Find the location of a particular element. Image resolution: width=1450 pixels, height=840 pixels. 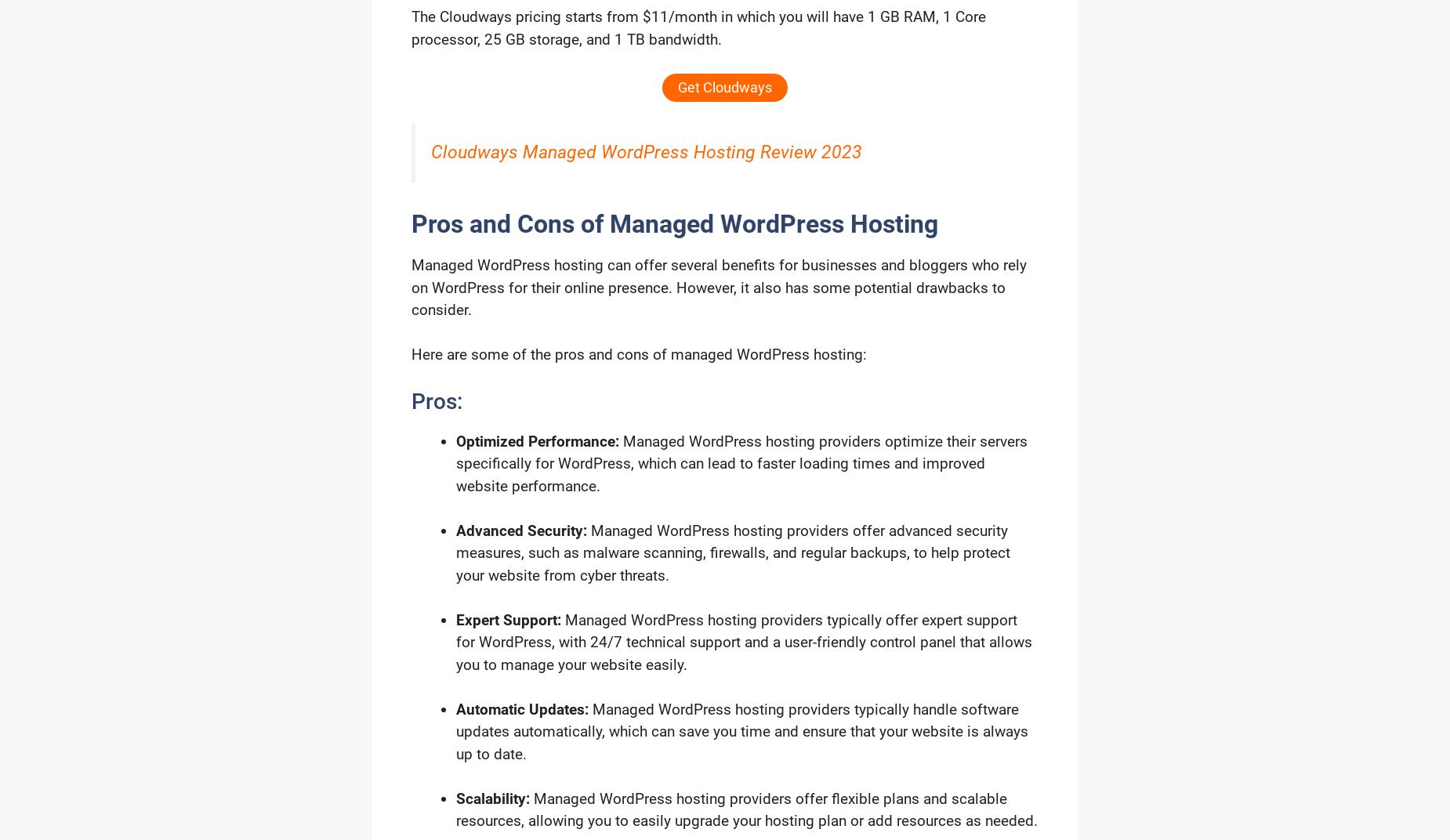

'Managed WordPress hosting providers offer flexible plans and scalable resources, allowing you to easily upgrade your hosting plan or add resources as needed.' is located at coordinates (745, 809).